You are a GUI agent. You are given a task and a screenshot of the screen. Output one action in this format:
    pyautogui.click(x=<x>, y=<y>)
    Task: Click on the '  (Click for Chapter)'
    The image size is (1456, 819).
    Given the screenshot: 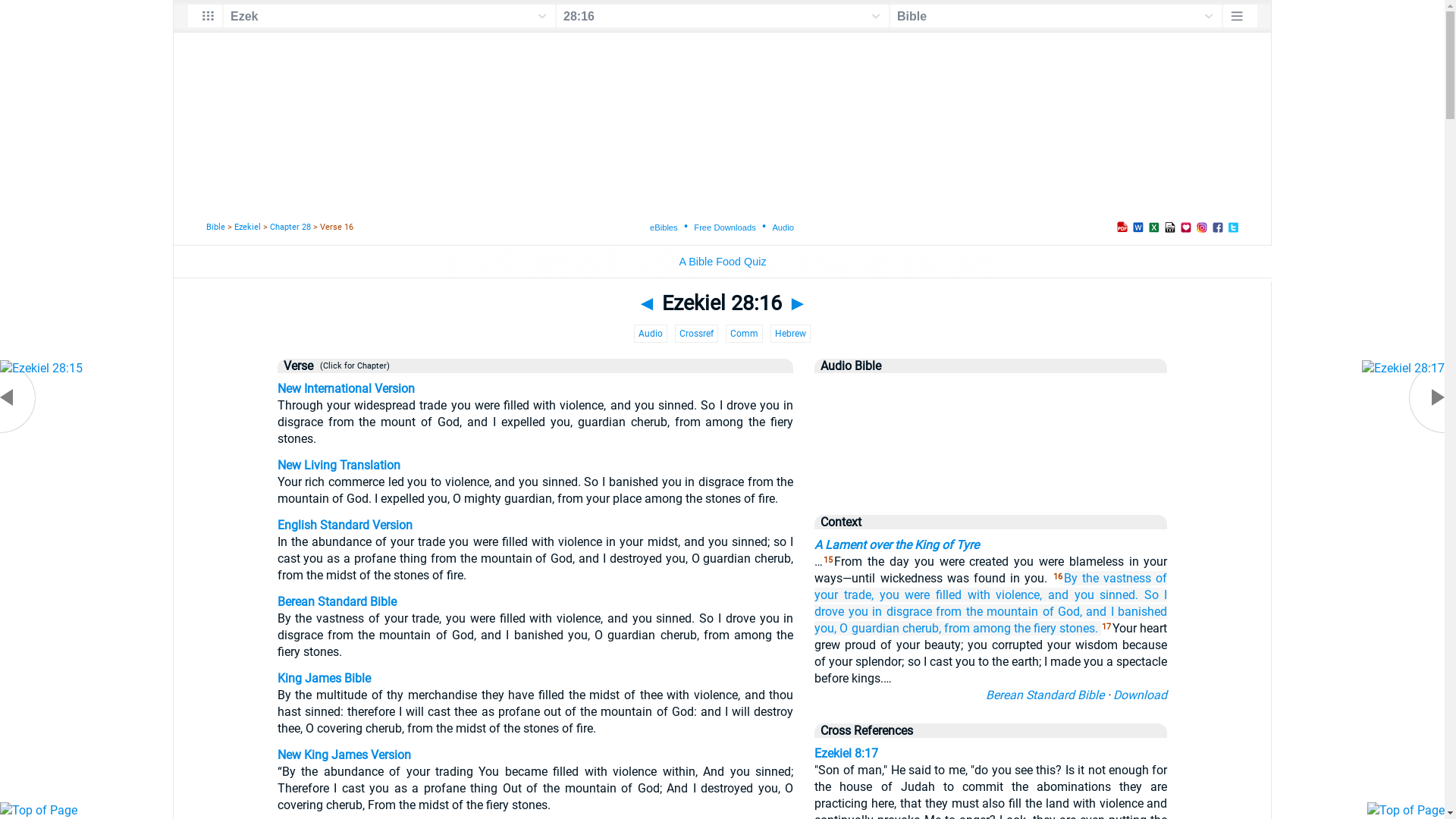 What is the action you would take?
    pyautogui.click(x=350, y=366)
    